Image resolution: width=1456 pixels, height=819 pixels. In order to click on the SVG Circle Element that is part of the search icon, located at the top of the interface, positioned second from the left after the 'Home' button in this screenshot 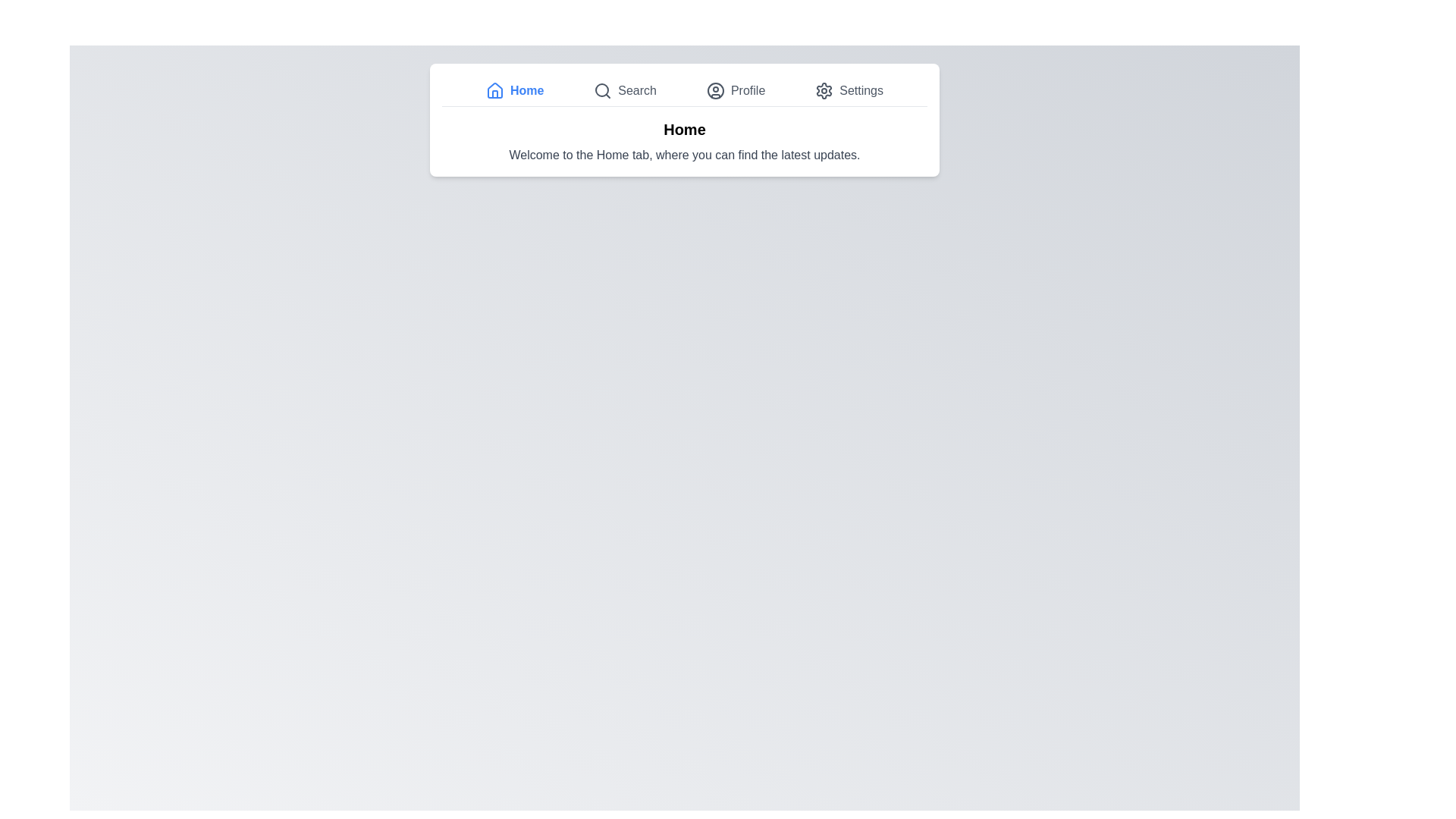, I will do `click(601, 90)`.